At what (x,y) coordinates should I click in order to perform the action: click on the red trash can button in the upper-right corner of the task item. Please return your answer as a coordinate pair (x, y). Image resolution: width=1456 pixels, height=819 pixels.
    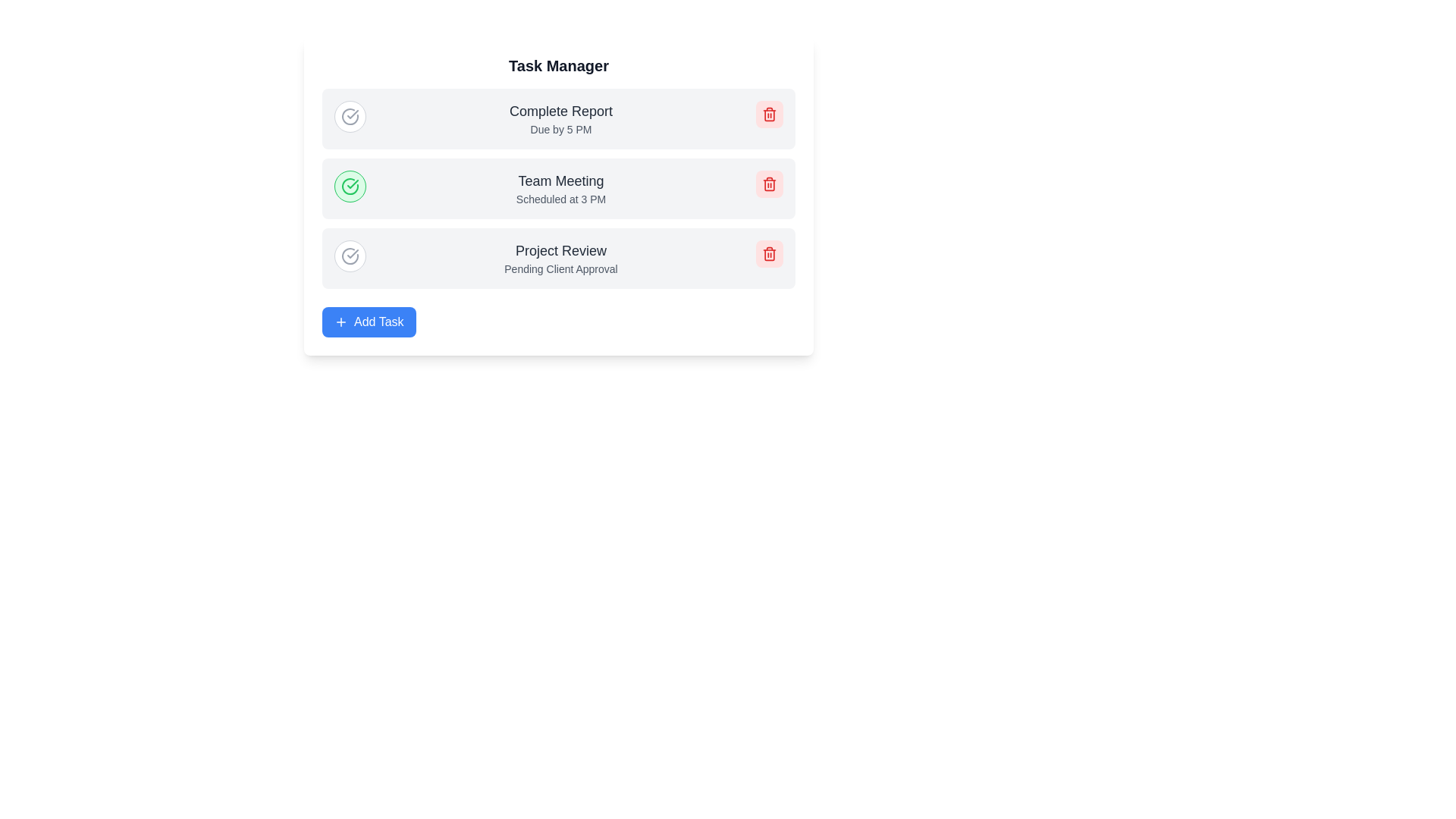
    Looking at the image, I should click on (769, 184).